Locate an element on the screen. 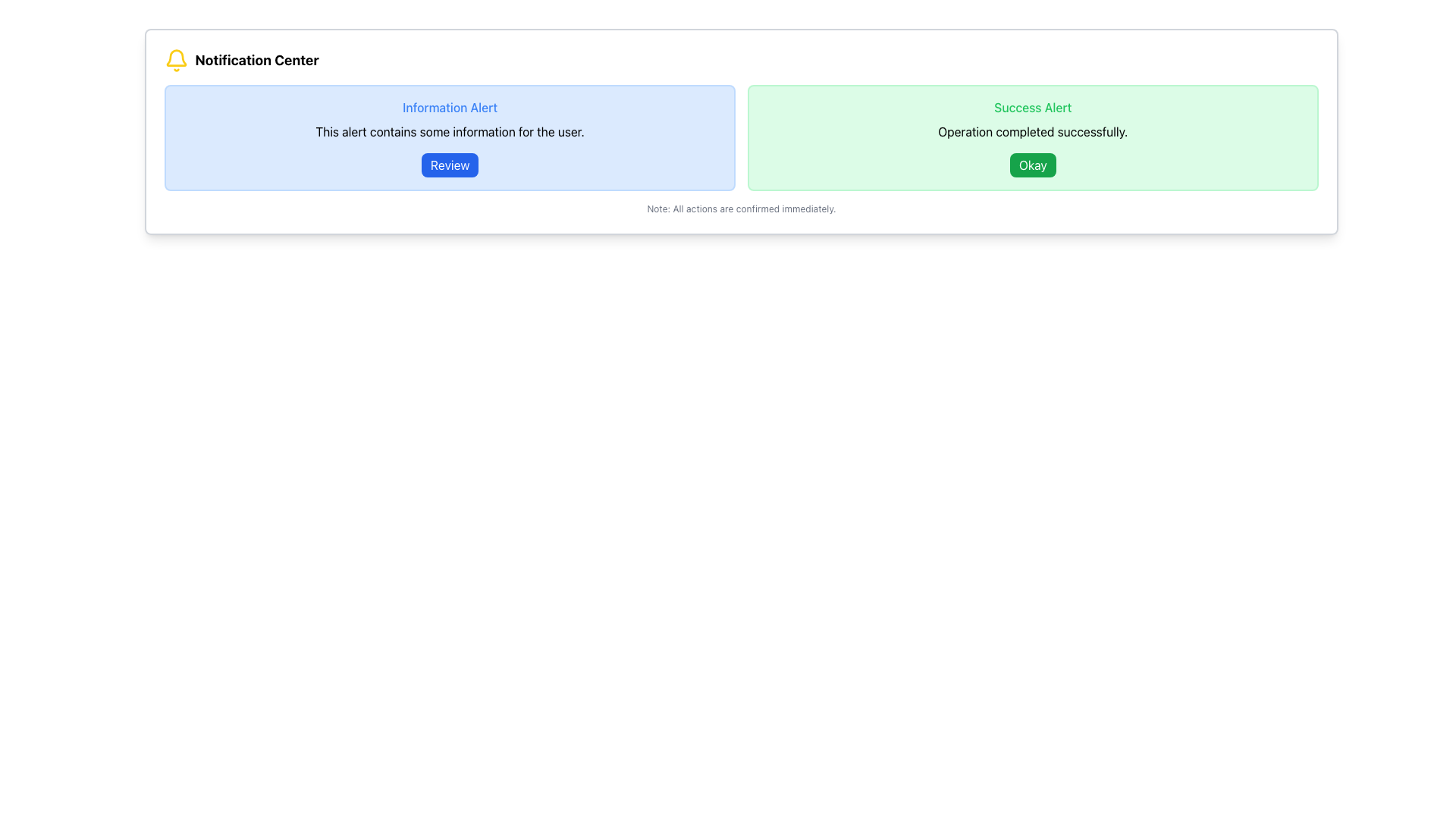 The width and height of the screenshot is (1456, 819). the static text displaying 'Note: All actions are confirmed immediately.' at the bottom of the notification panel is located at coordinates (742, 209).